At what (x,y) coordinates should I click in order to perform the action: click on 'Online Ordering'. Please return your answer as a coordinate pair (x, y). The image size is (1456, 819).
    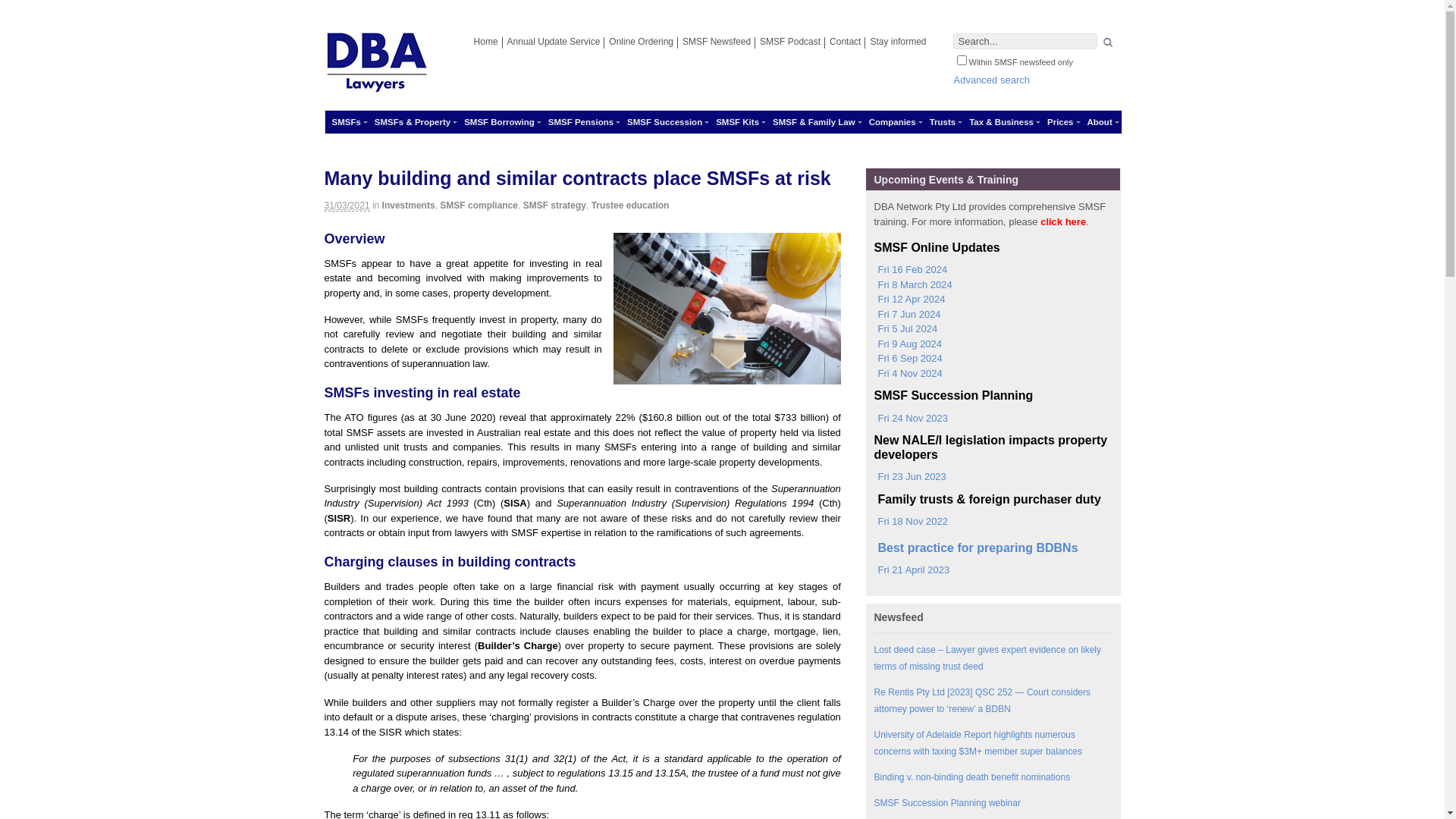
    Looking at the image, I should click on (641, 41).